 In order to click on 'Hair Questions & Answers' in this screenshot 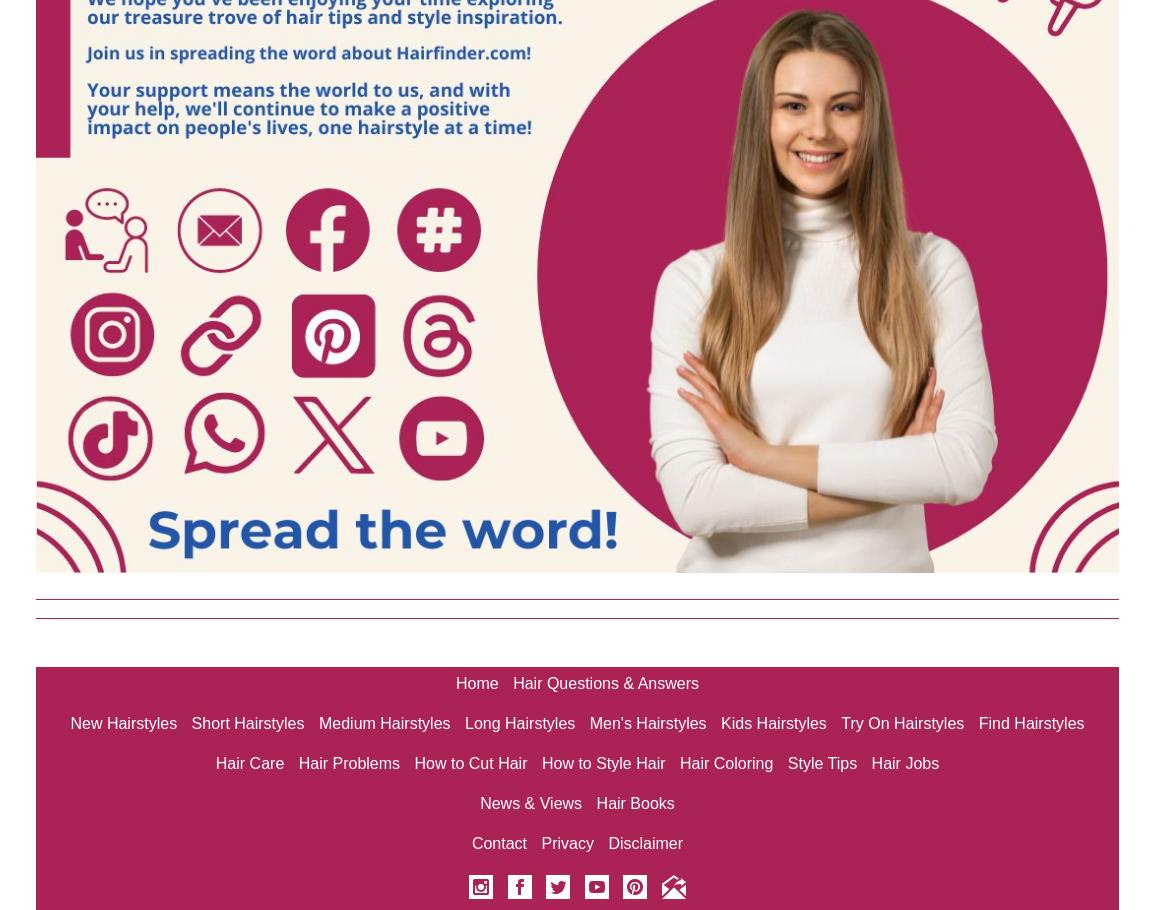, I will do `click(606, 682)`.